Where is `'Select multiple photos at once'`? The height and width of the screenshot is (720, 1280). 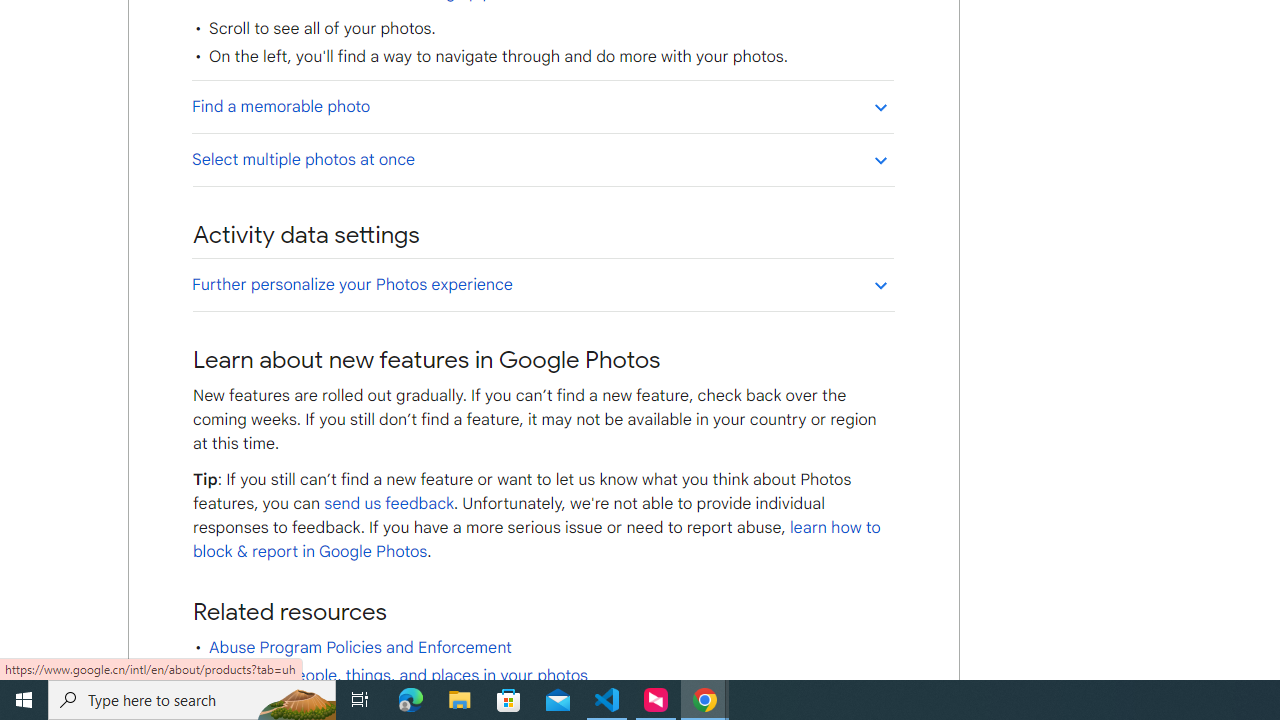 'Select multiple photos at once' is located at coordinates (542, 158).